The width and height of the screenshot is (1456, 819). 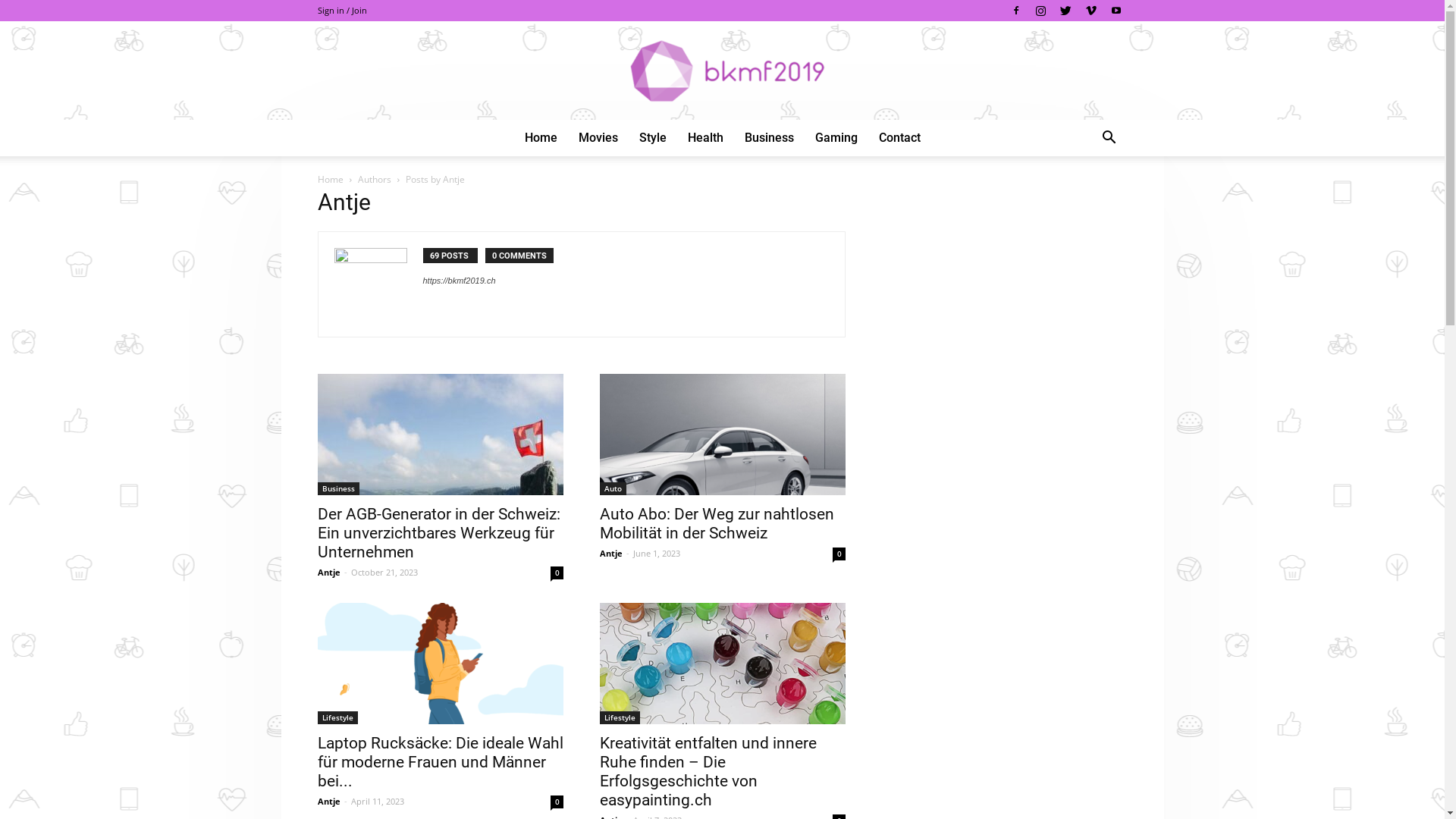 What do you see at coordinates (1065, 11) in the screenshot?
I see `'Twitter'` at bounding box center [1065, 11].